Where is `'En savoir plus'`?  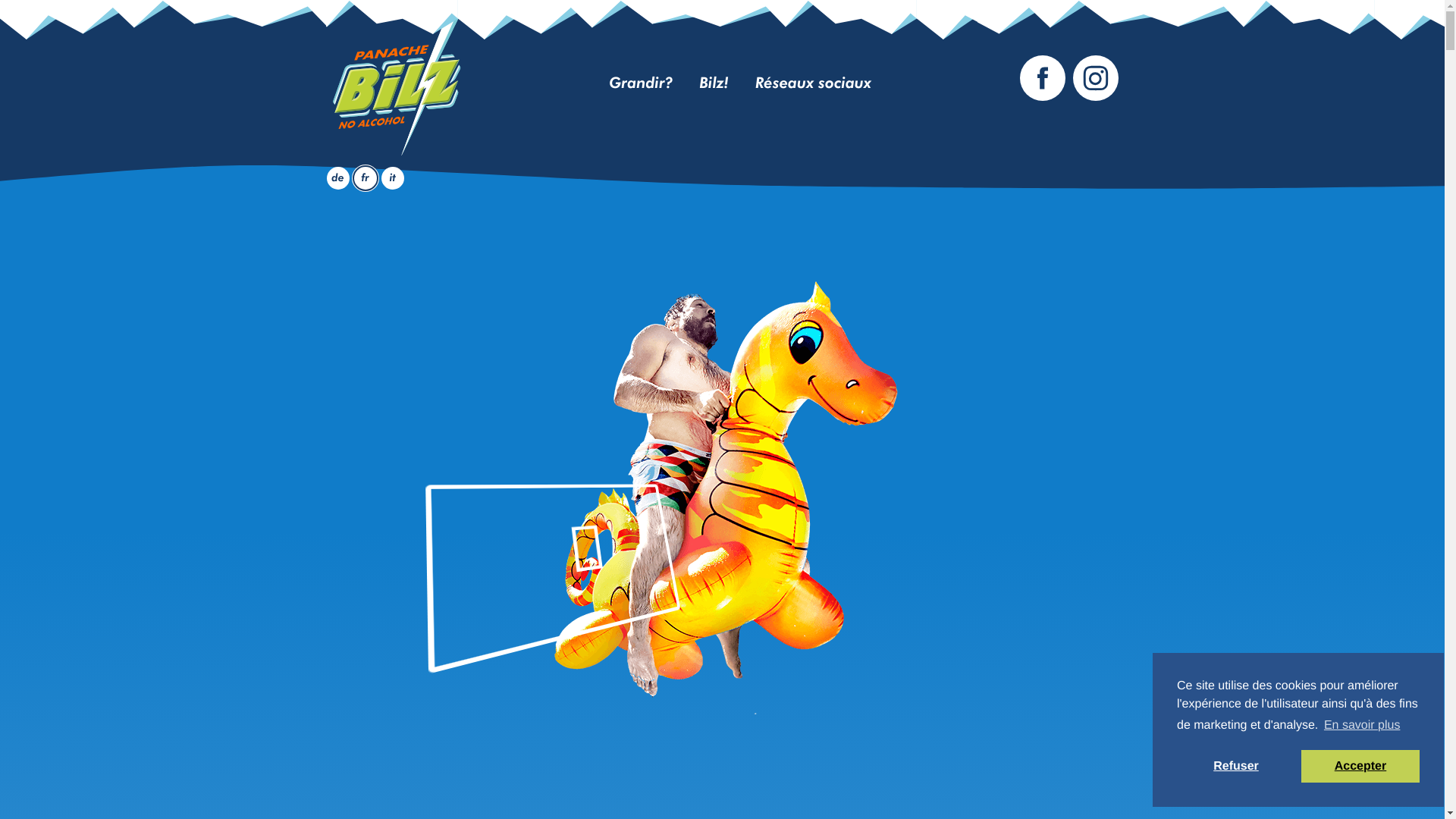
'En savoir plus' is located at coordinates (1362, 724).